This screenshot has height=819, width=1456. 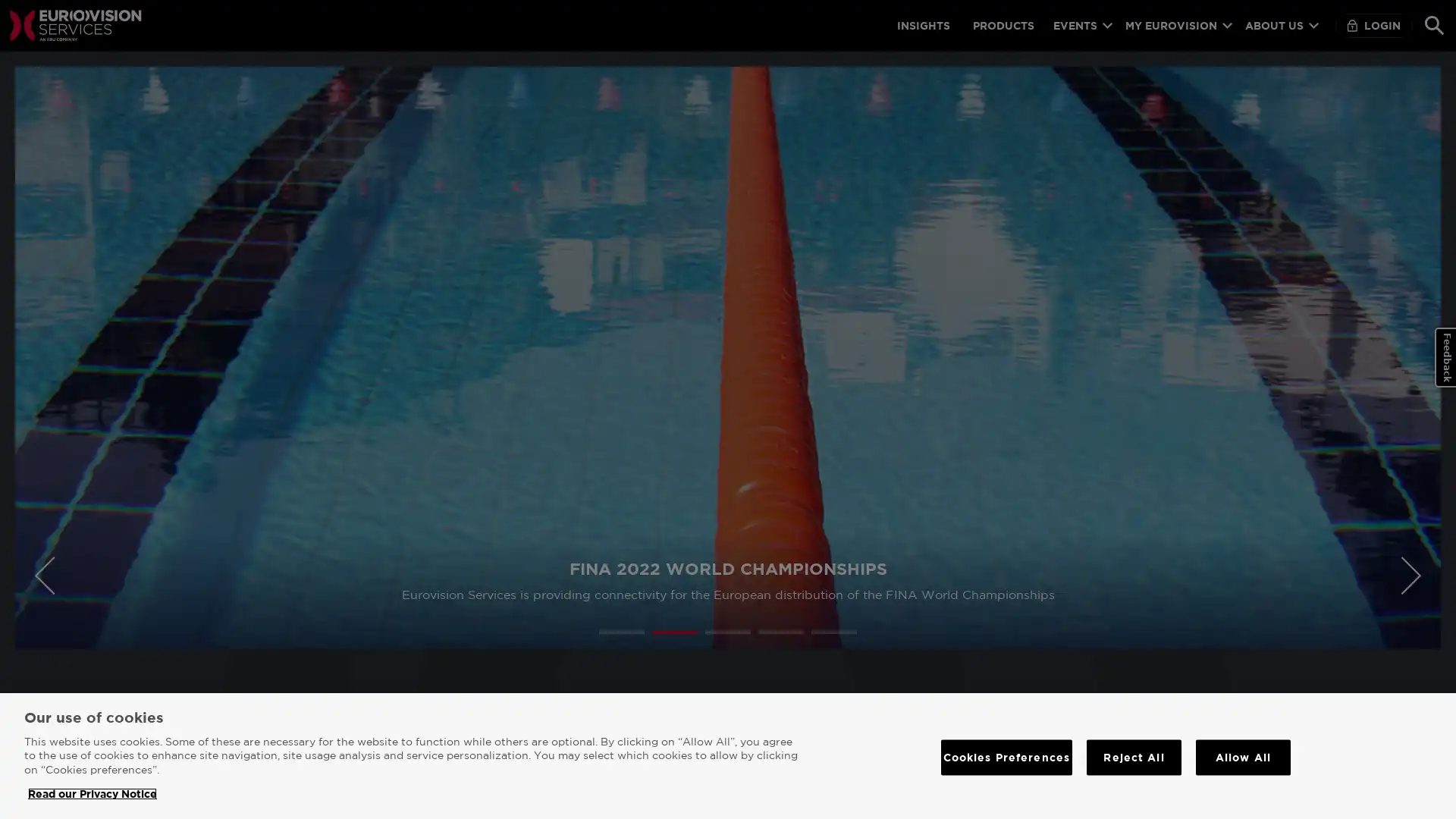 I want to click on Carousel Page 4 (Current Slide), so click(x=781, y=632).